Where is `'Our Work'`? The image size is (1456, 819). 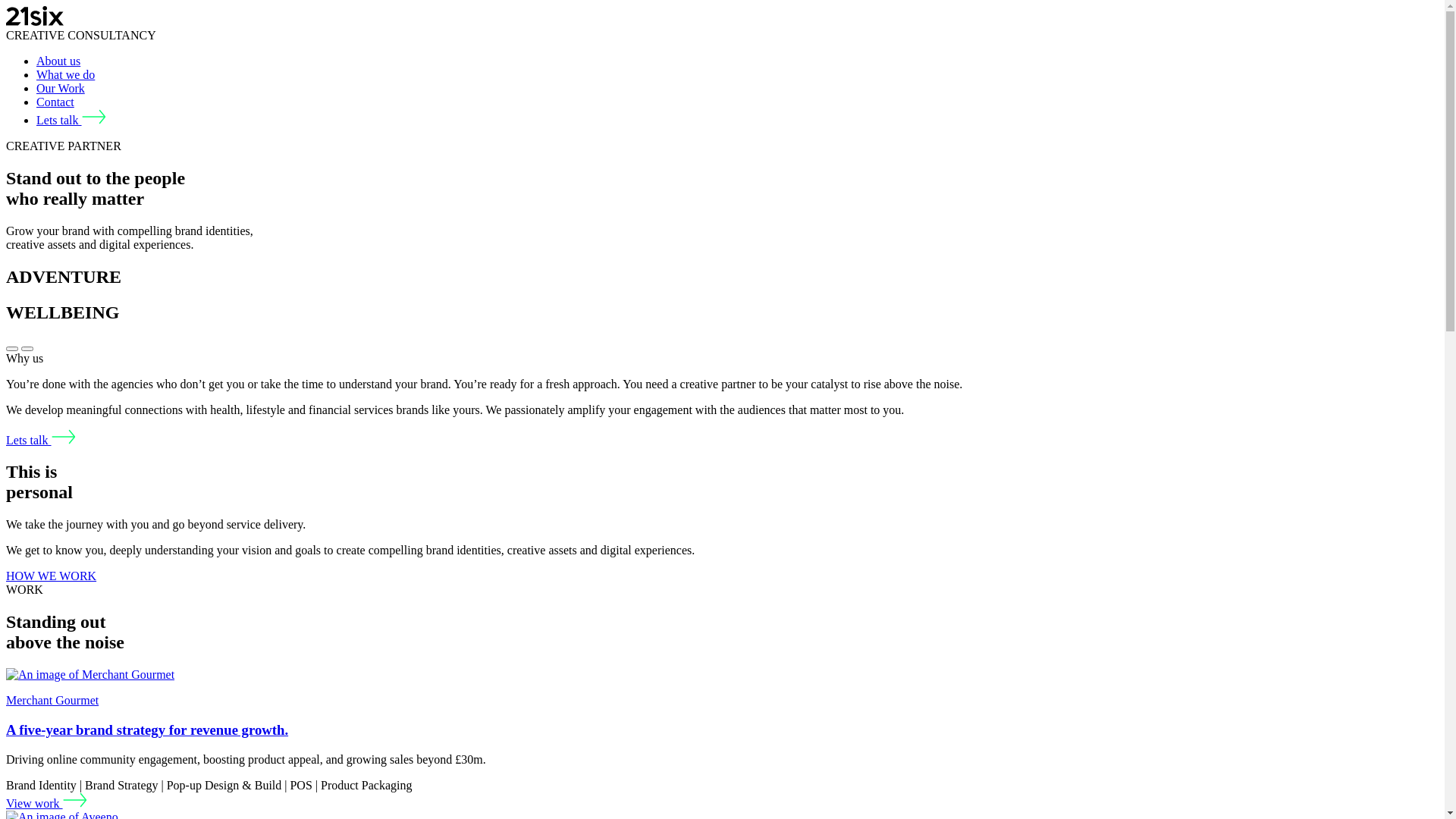
'Our Work' is located at coordinates (61, 88).